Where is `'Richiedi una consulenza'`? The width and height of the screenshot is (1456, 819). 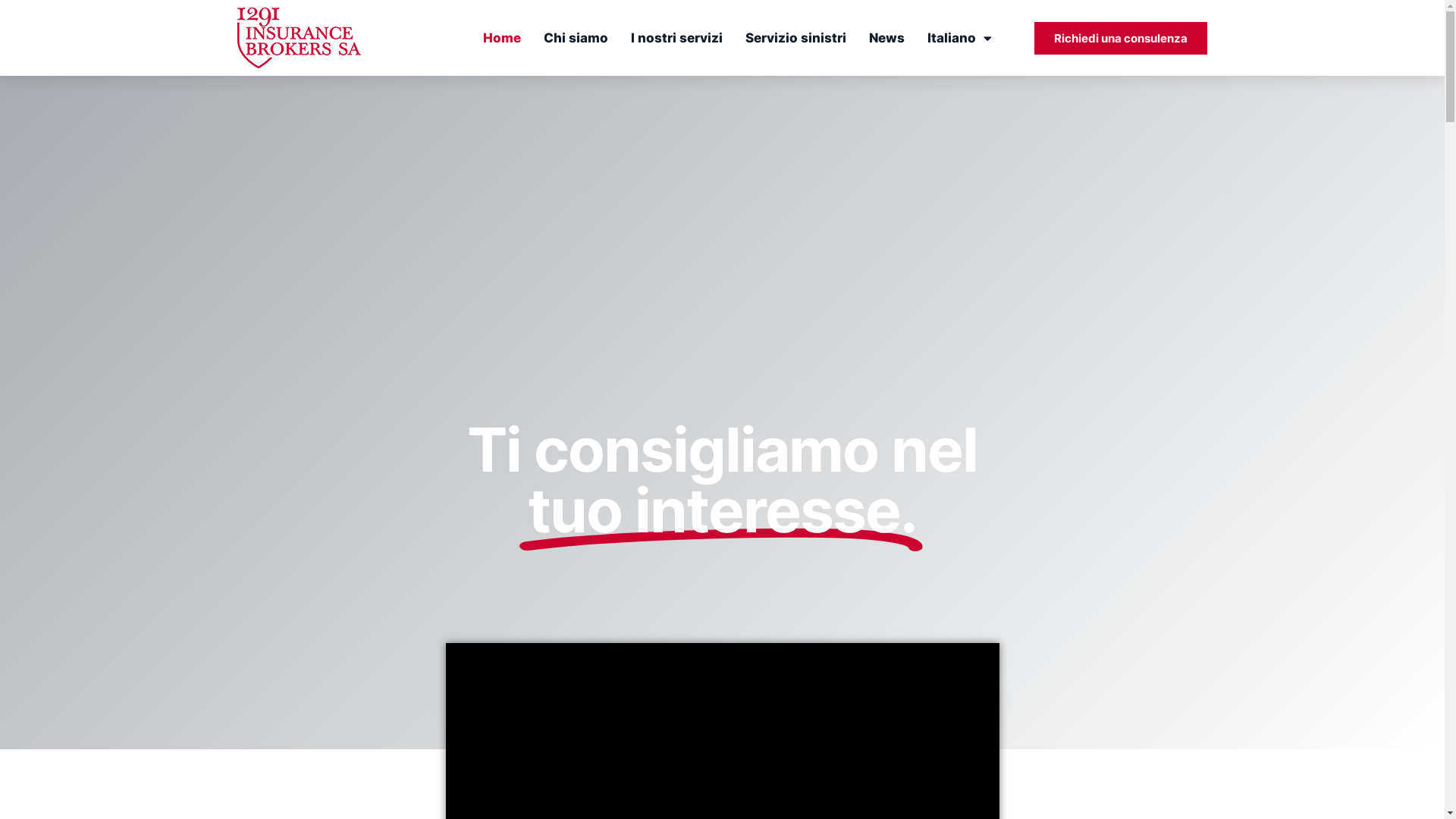 'Richiedi una consulenza' is located at coordinates (1121, 36).